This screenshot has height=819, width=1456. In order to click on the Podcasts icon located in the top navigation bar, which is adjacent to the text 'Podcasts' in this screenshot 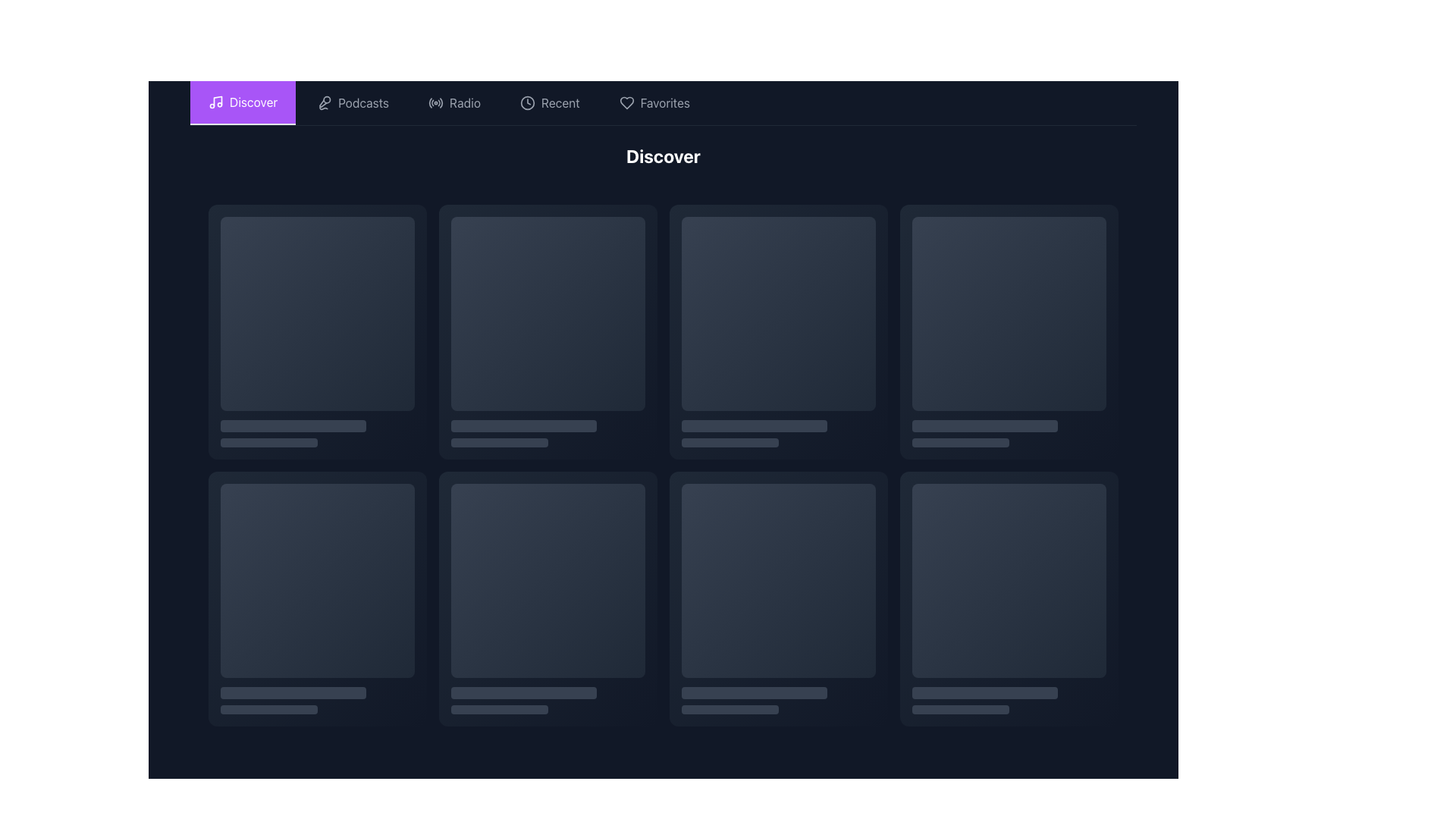, I will do `click(324, 102)`.